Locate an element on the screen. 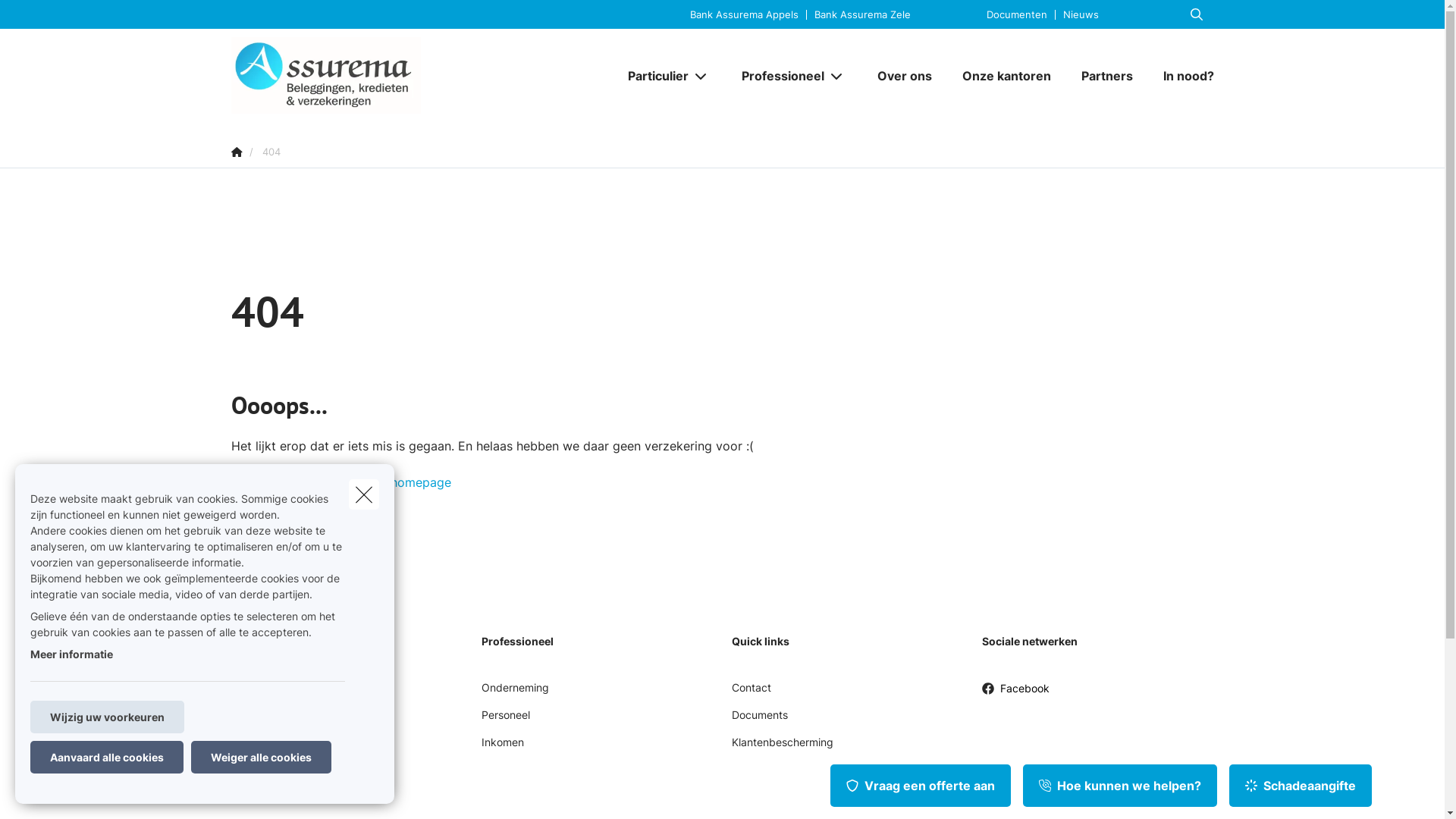 The width and height of the screenshot is (1456, 819). 'Onderneming' is located at coordinates (514, 693).